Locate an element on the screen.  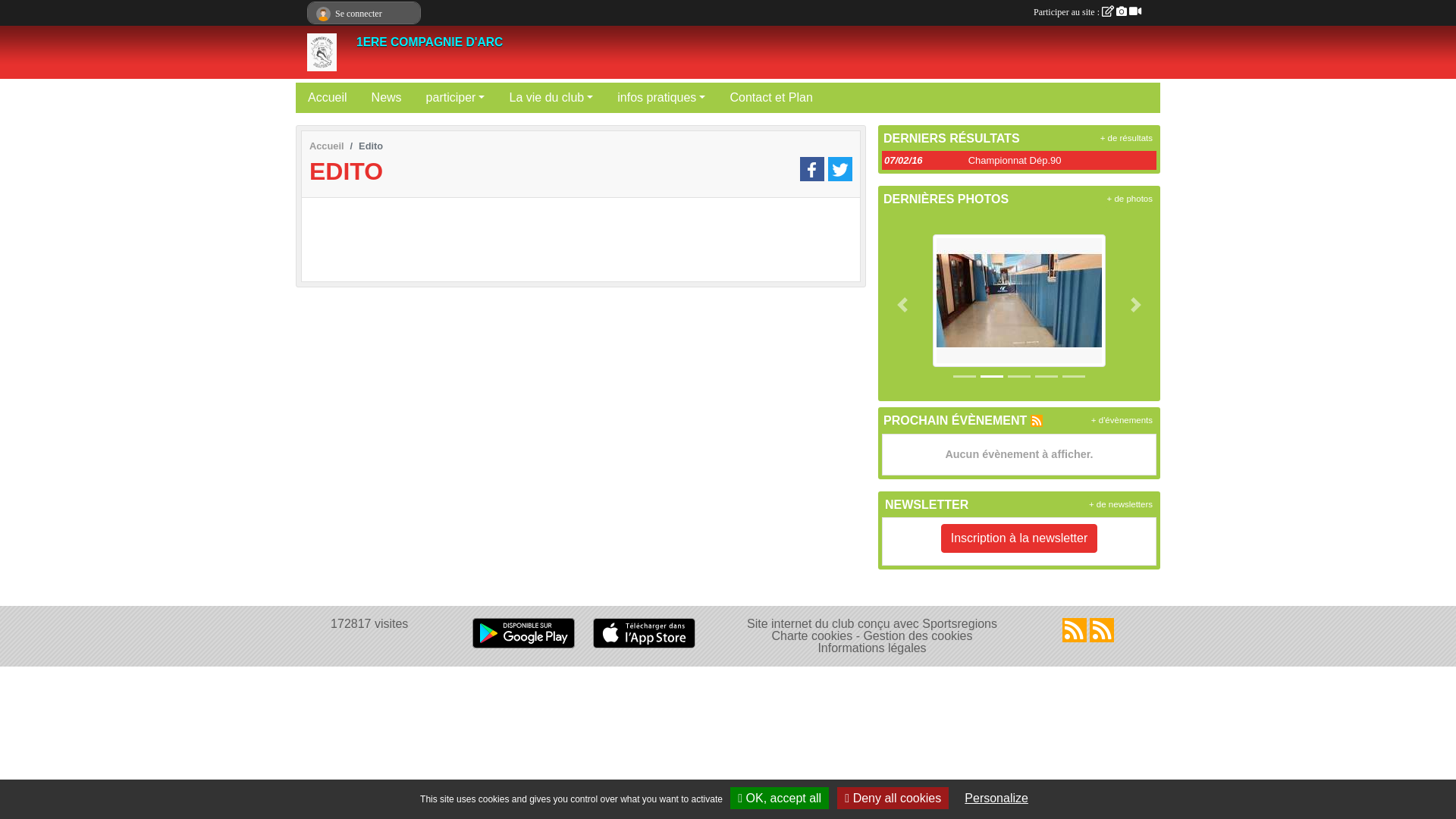
'07/02/16' is located at coordinates (903, 160).